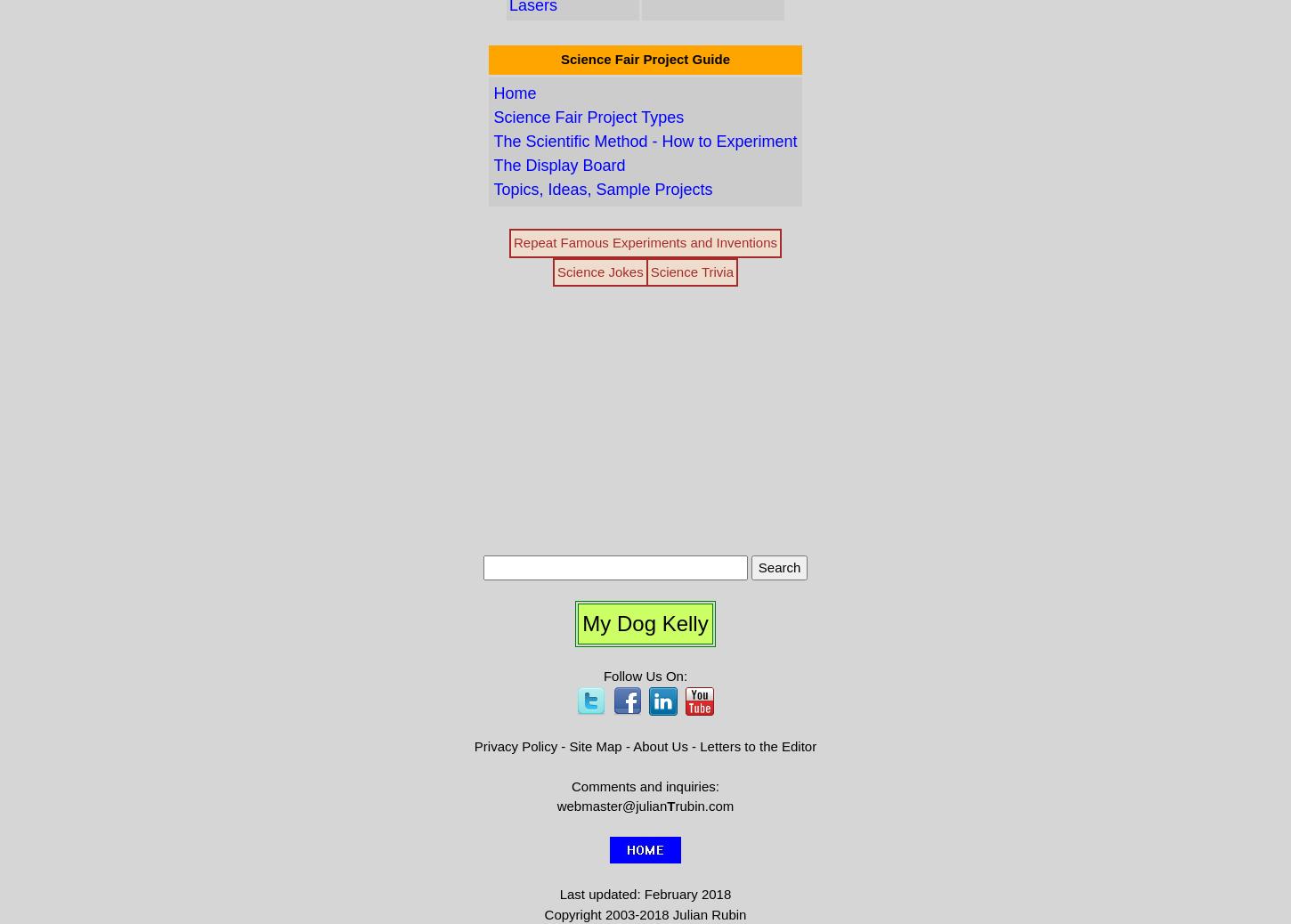 The image size is (1291, 924). What do you see at coordinates (670, 806) in the screenshot?
I see `'T'` at bounding box center [670, 806].